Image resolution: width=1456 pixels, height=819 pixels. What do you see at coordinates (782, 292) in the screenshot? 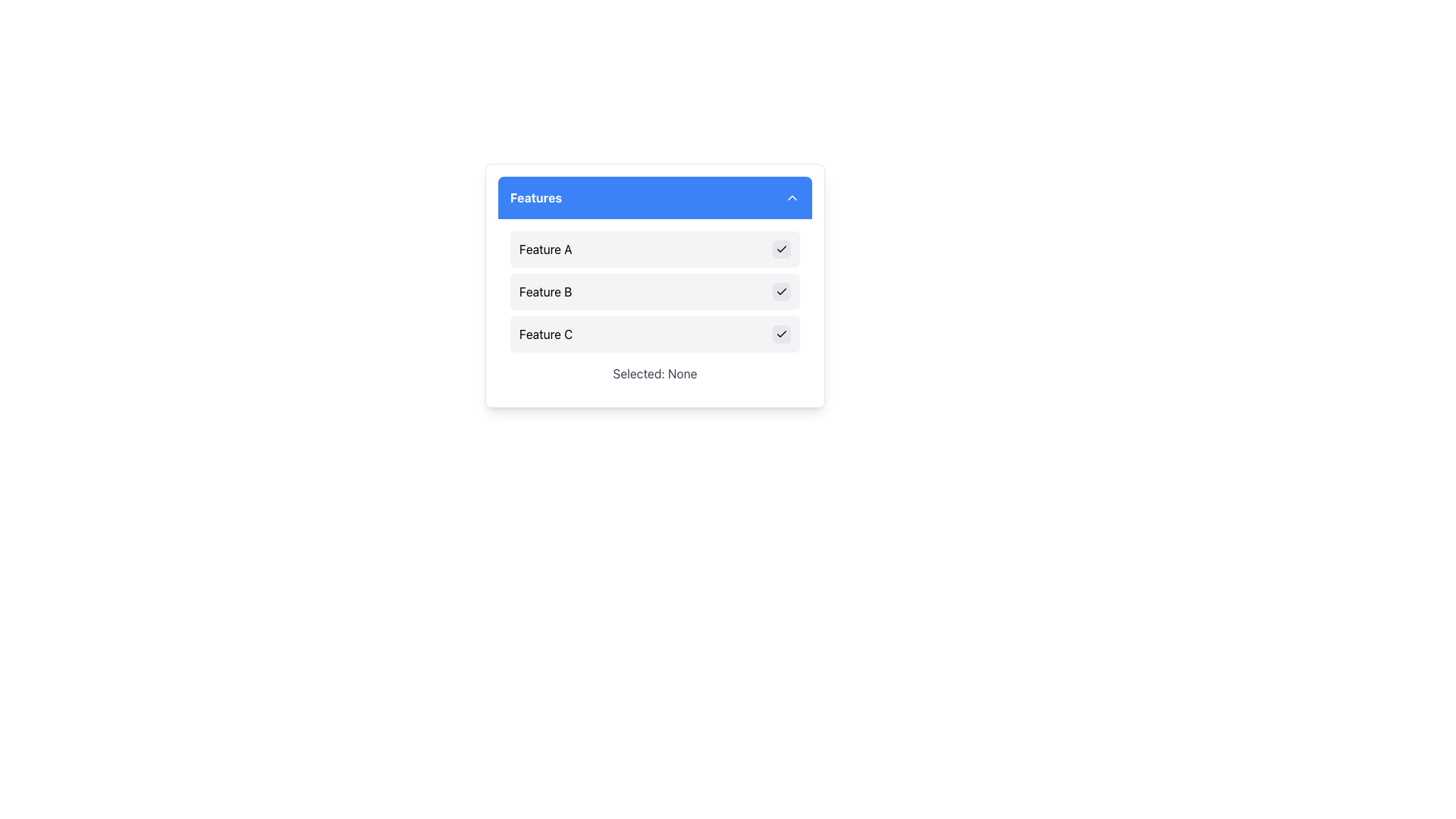
I see `the checkbox located to the right of the 'Feature B' label` at bounding box center [782, 292].